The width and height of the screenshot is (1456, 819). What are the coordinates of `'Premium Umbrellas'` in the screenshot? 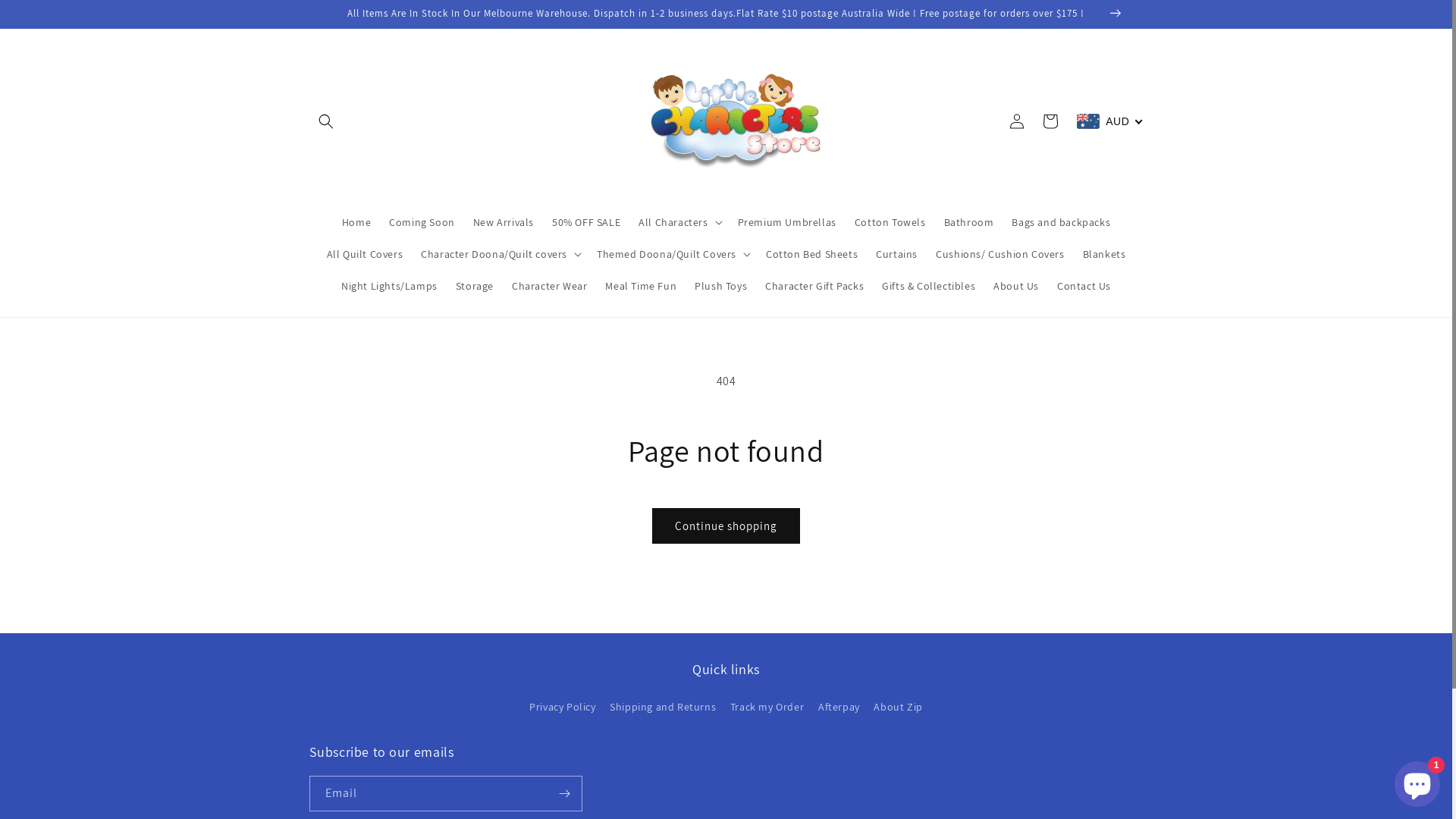 It's located at (786, 222).